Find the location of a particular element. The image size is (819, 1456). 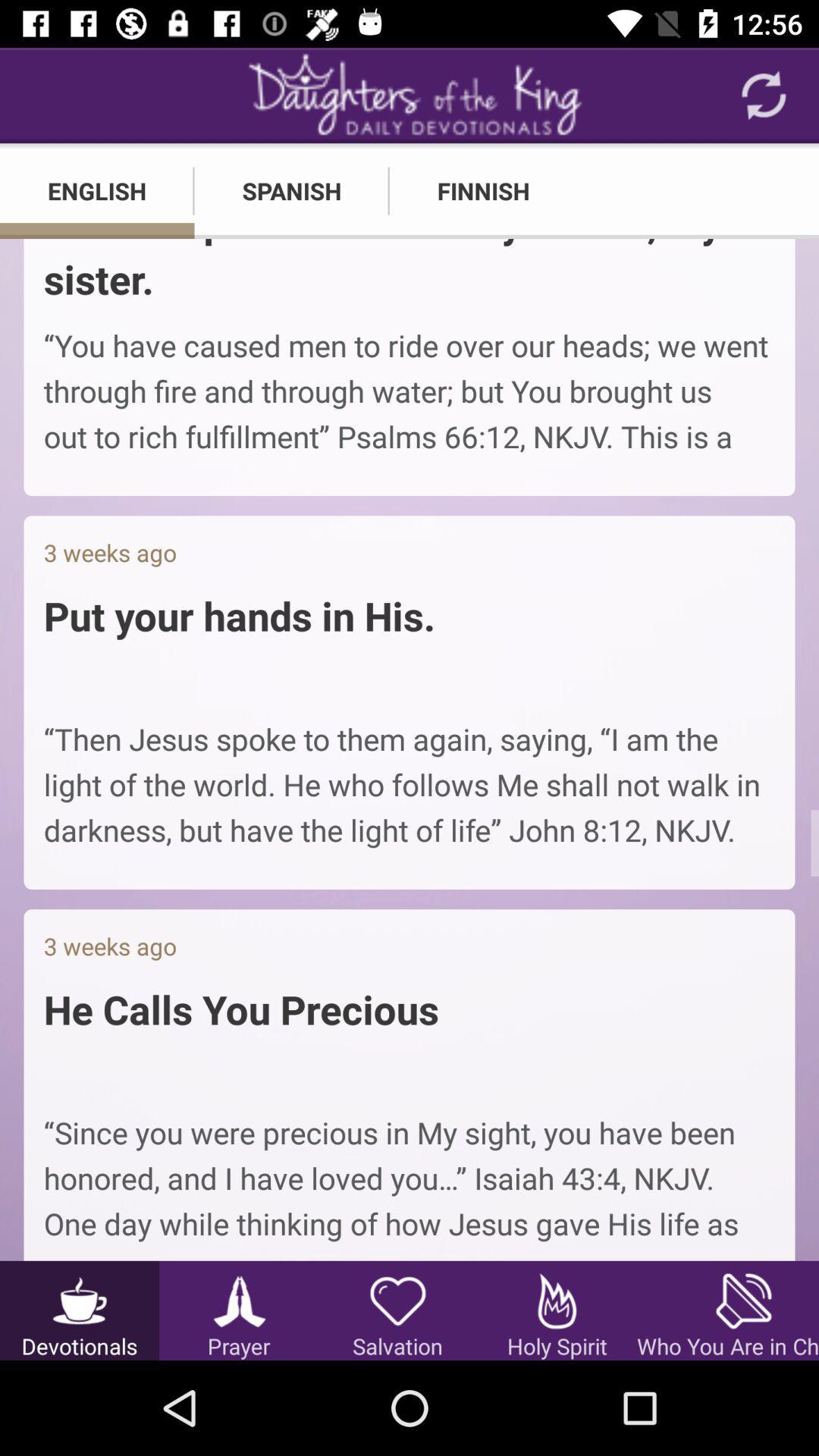

the refresh icon is located at coordinates (763, 94).